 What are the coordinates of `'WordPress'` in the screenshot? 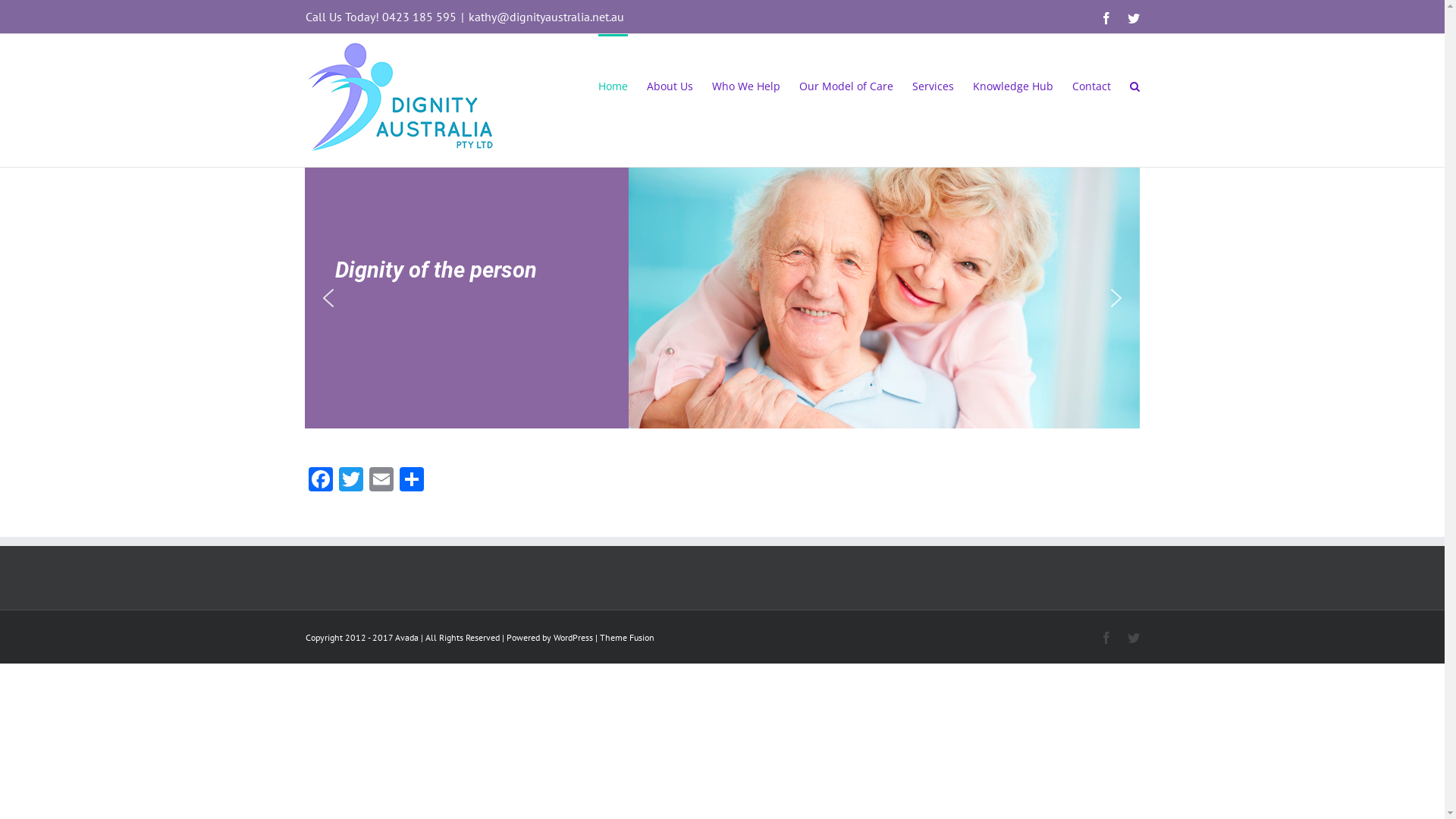 It's located at (552, 637).